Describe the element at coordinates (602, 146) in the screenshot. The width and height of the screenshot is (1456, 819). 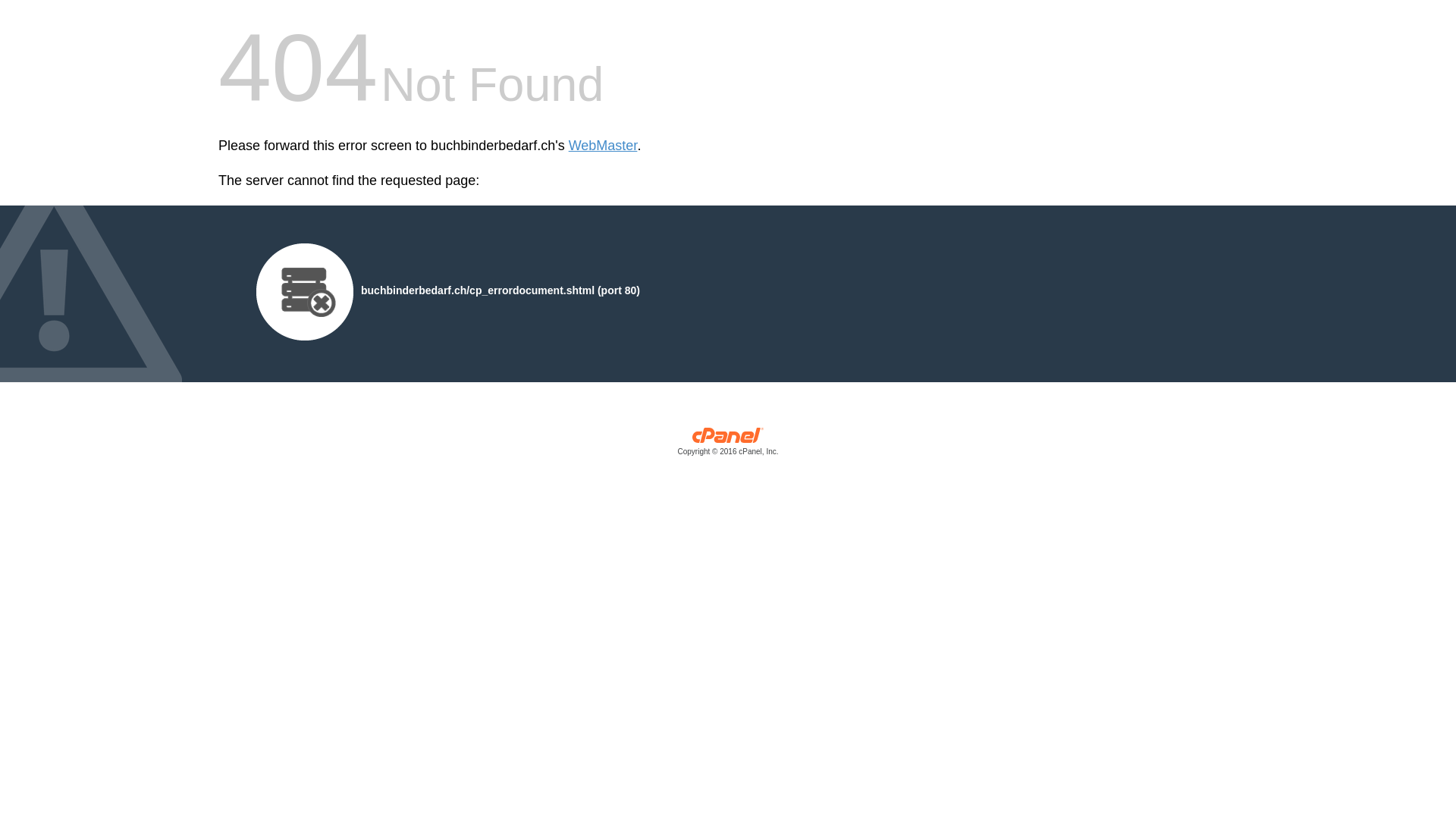
I see `'WebMaster'` at that location.